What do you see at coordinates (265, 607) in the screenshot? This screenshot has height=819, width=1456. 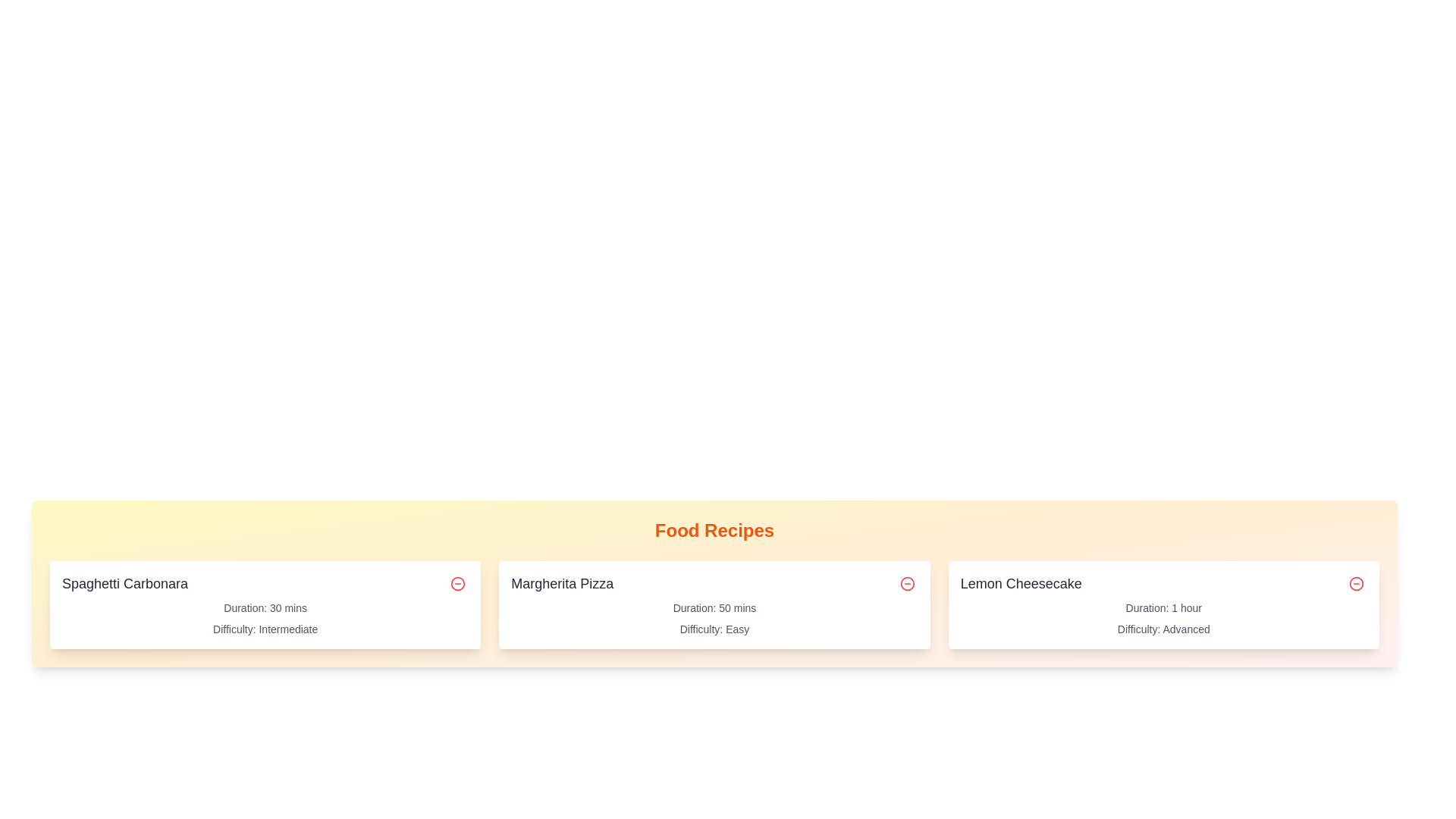 I see `the text label indicating the preparation duration of the 'Spaghetti Carbonara' recipe, which is positioned above the 'Difficulty: Intermediate' label and below the recipe title` at bounding box center [265, 607].